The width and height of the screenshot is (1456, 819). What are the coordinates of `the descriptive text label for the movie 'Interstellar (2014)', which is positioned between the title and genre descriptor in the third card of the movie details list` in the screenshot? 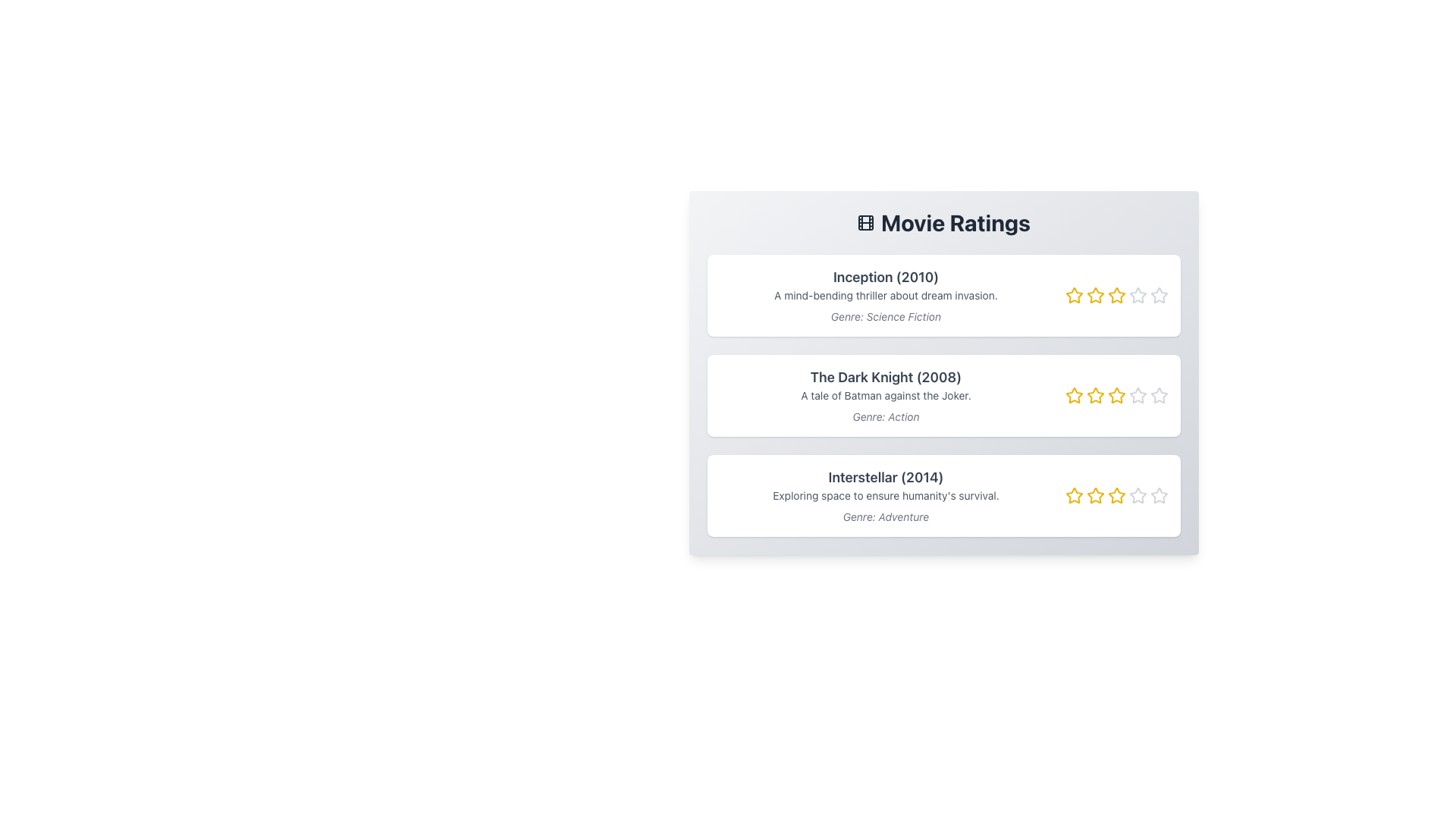 It's located at (886, 496).